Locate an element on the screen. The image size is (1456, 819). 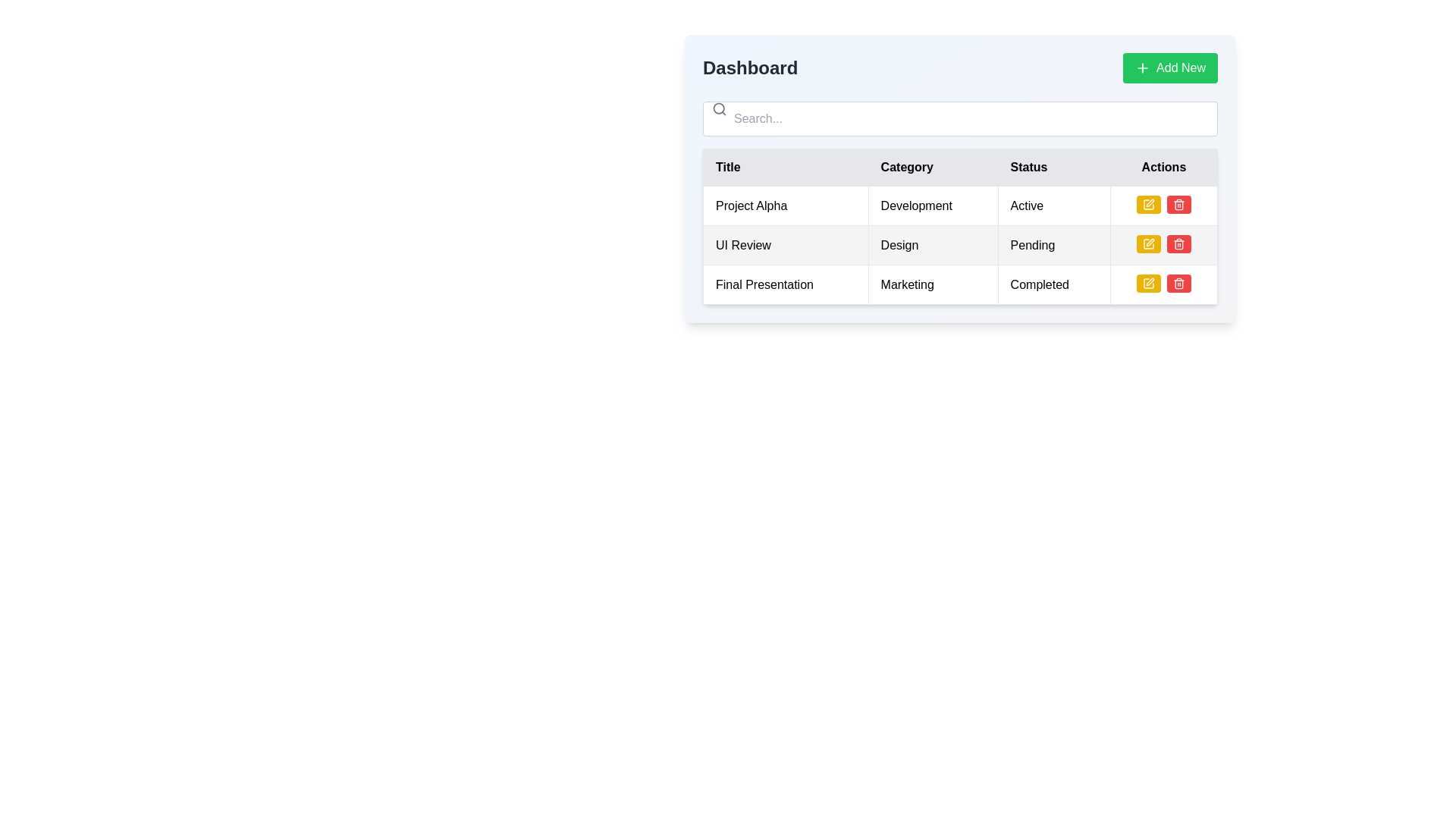
the delete button located in the 'Actions' column of the last row ('Final Presentation' row) in the displayed table is located at coordinates (1178, 205).